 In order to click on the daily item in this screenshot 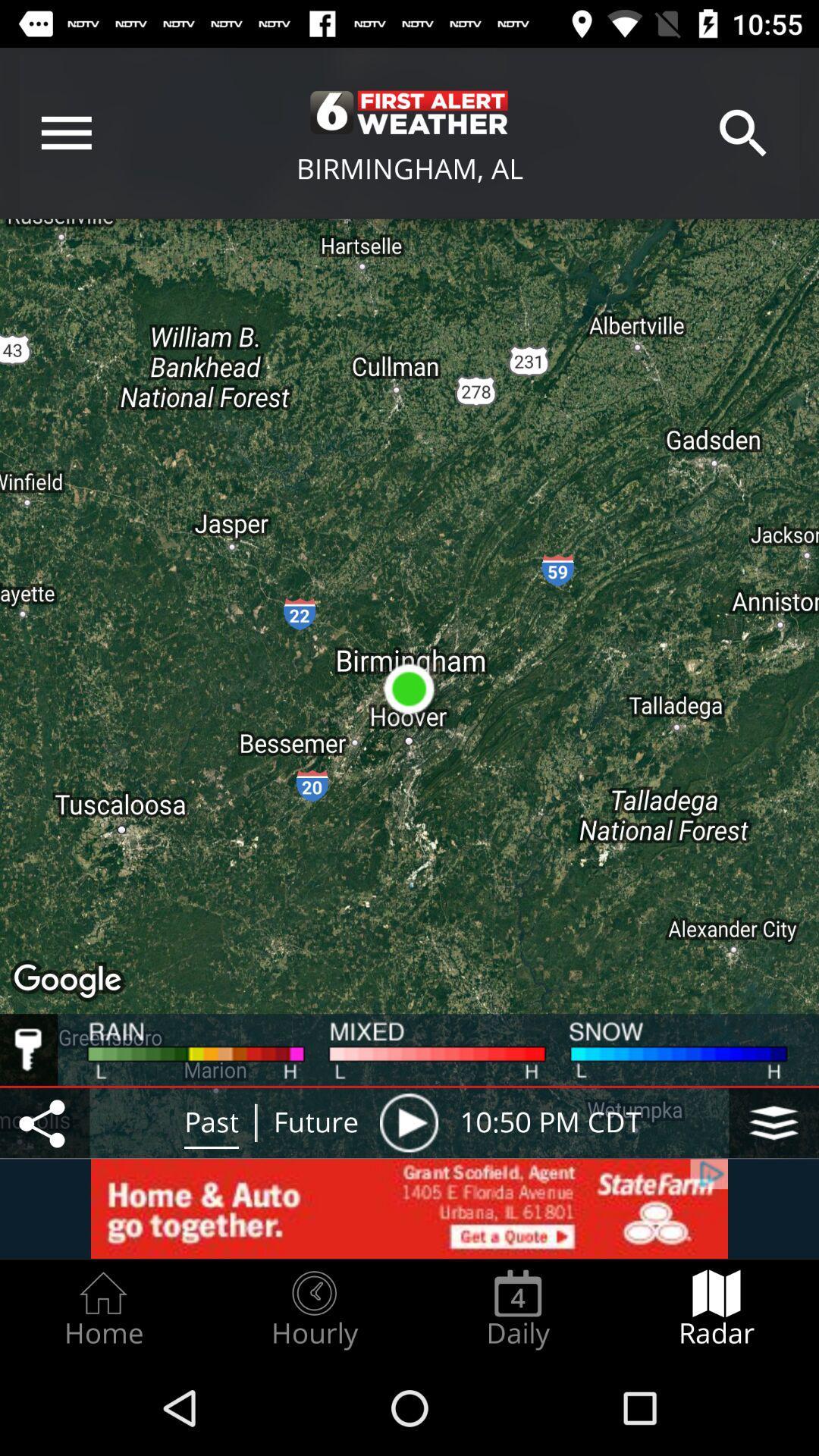, I will do `click(517, 1309)`.